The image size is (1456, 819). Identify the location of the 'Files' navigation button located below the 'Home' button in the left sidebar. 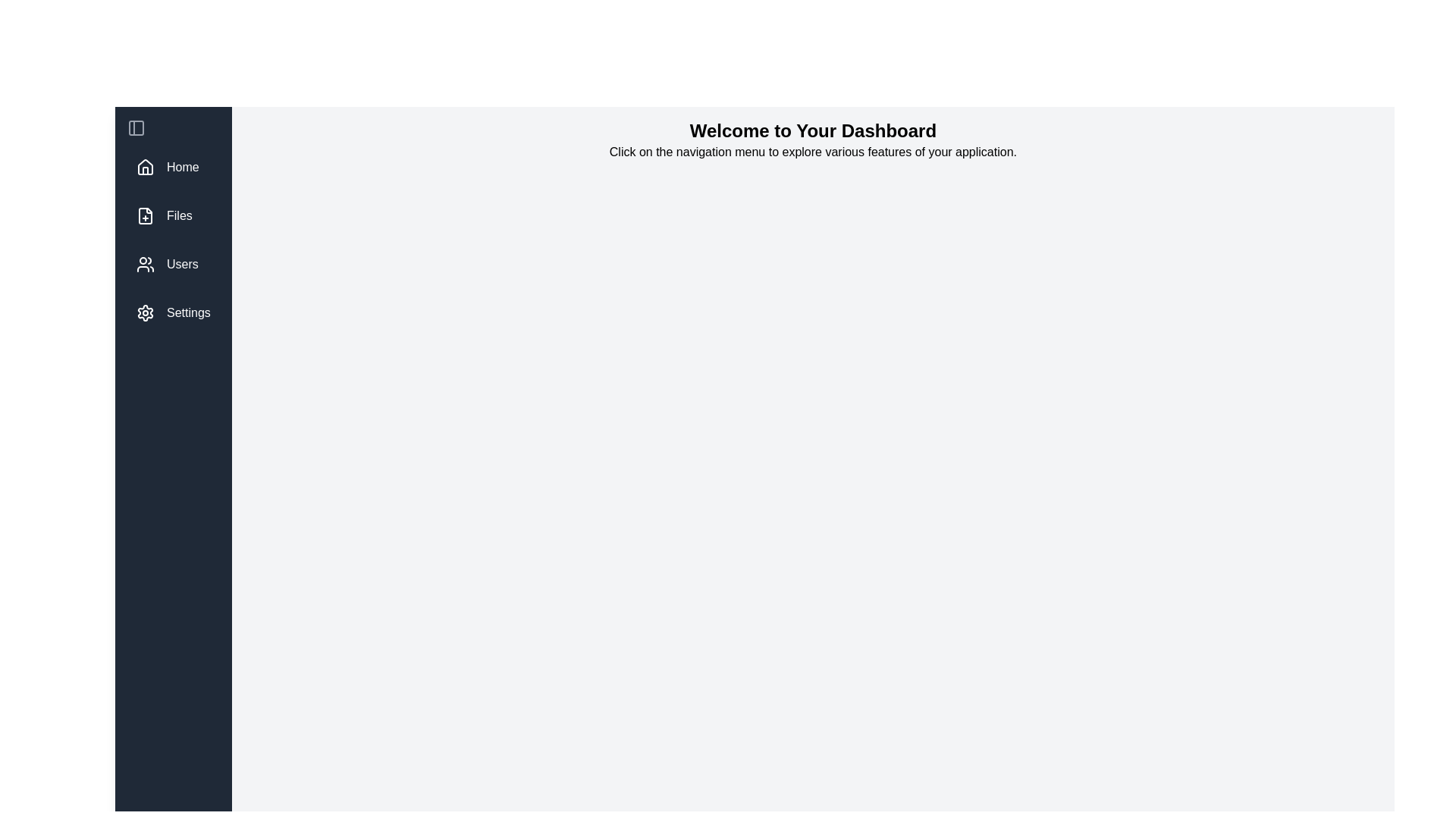
(173, 216).